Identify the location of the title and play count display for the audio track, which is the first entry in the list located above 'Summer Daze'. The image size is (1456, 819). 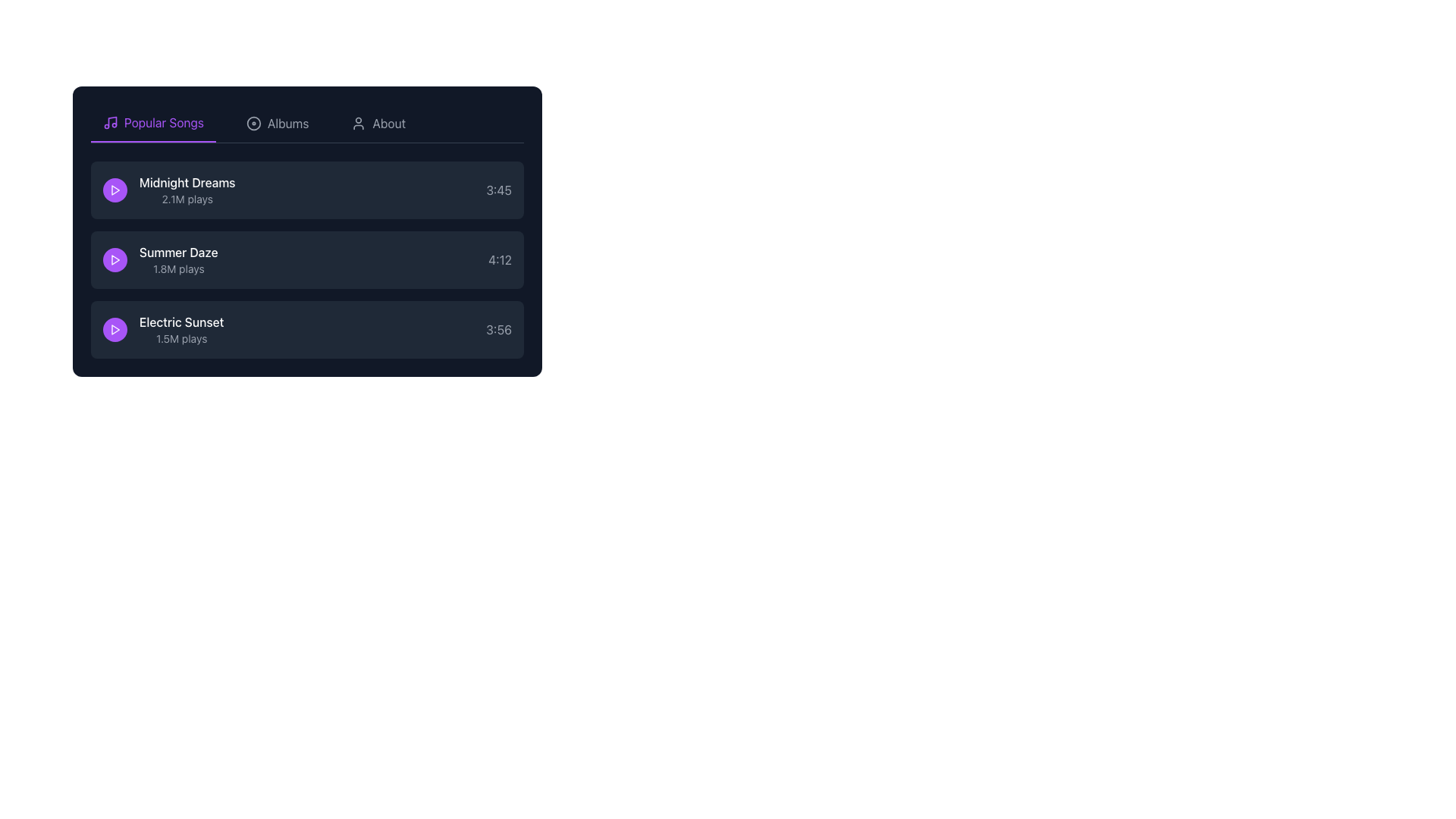
(169, 189).